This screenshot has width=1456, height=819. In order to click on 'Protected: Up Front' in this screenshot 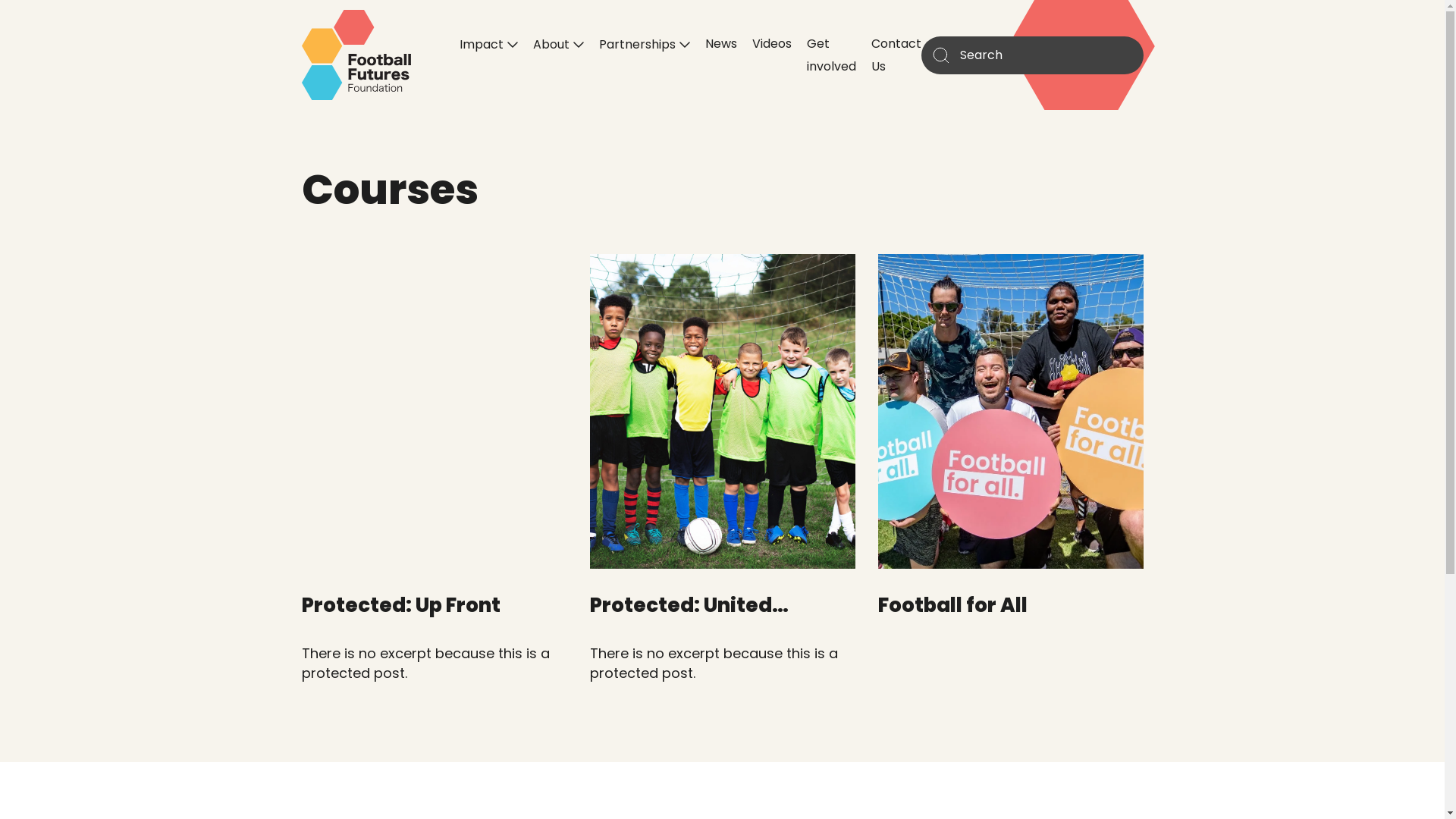, I will do `click(400, 604)`.